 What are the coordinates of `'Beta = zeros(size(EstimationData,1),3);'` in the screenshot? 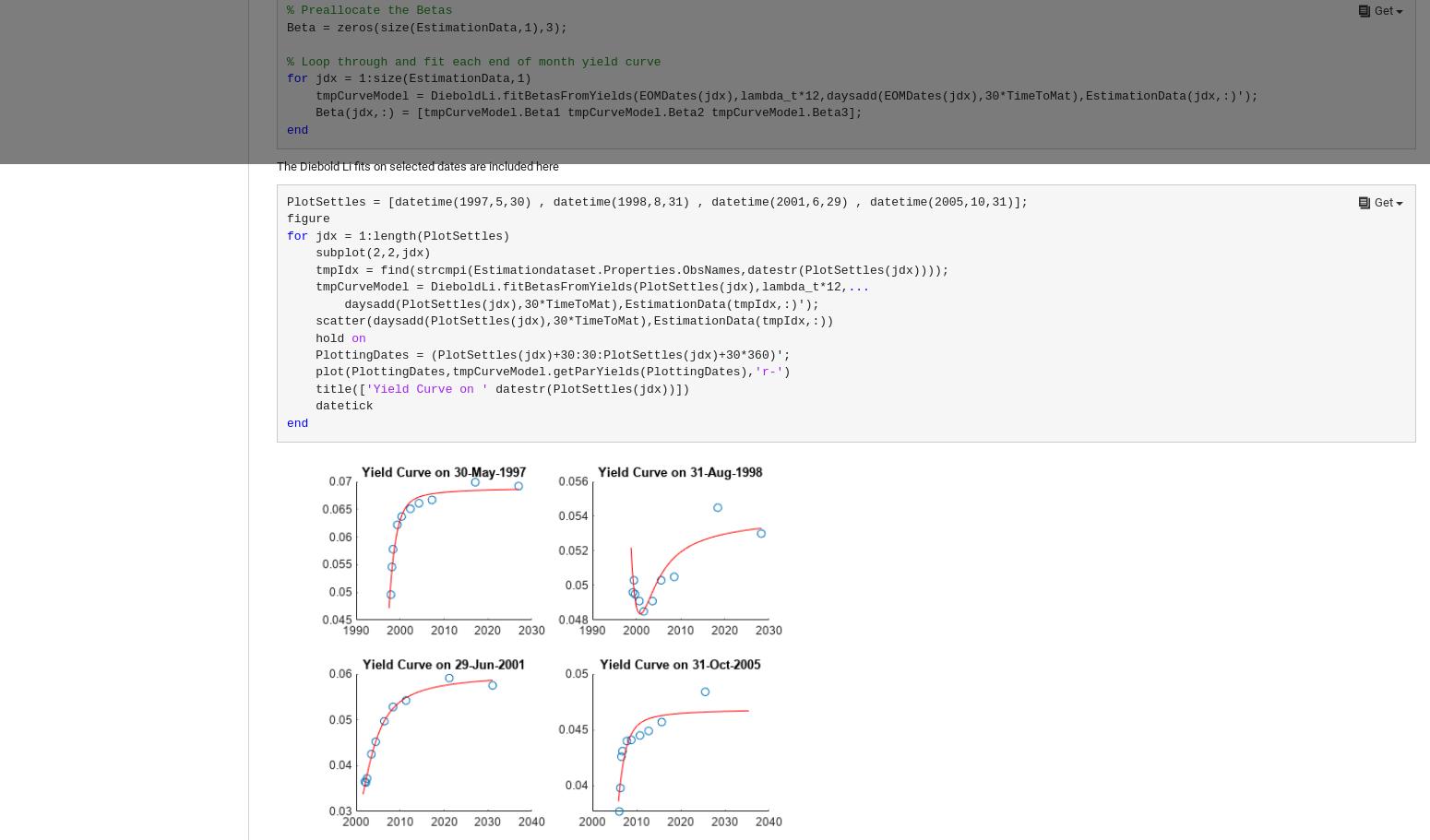 It's located at (426, 27).